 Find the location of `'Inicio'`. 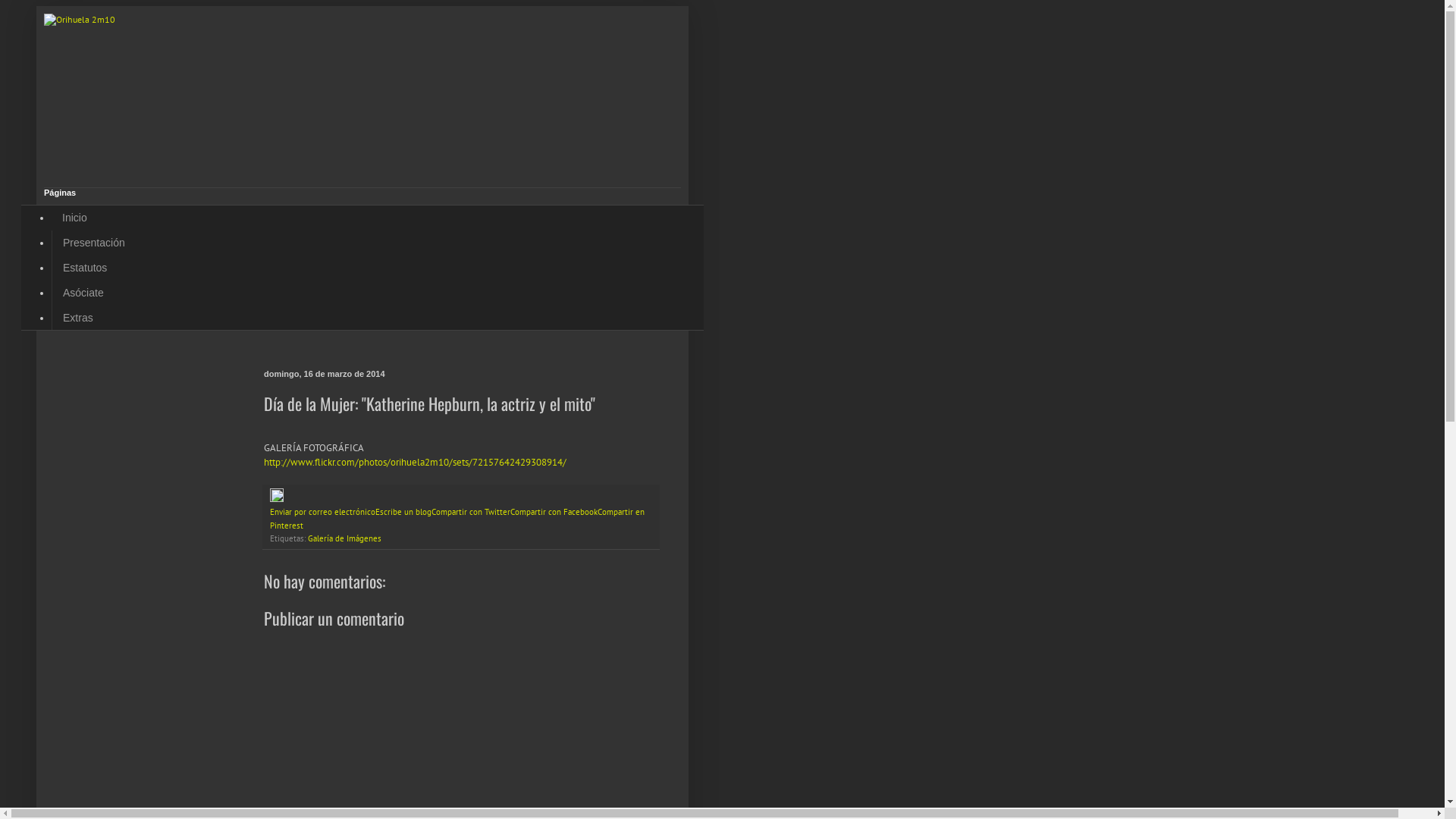

'Inicio' is located at coordinates (74, 218).